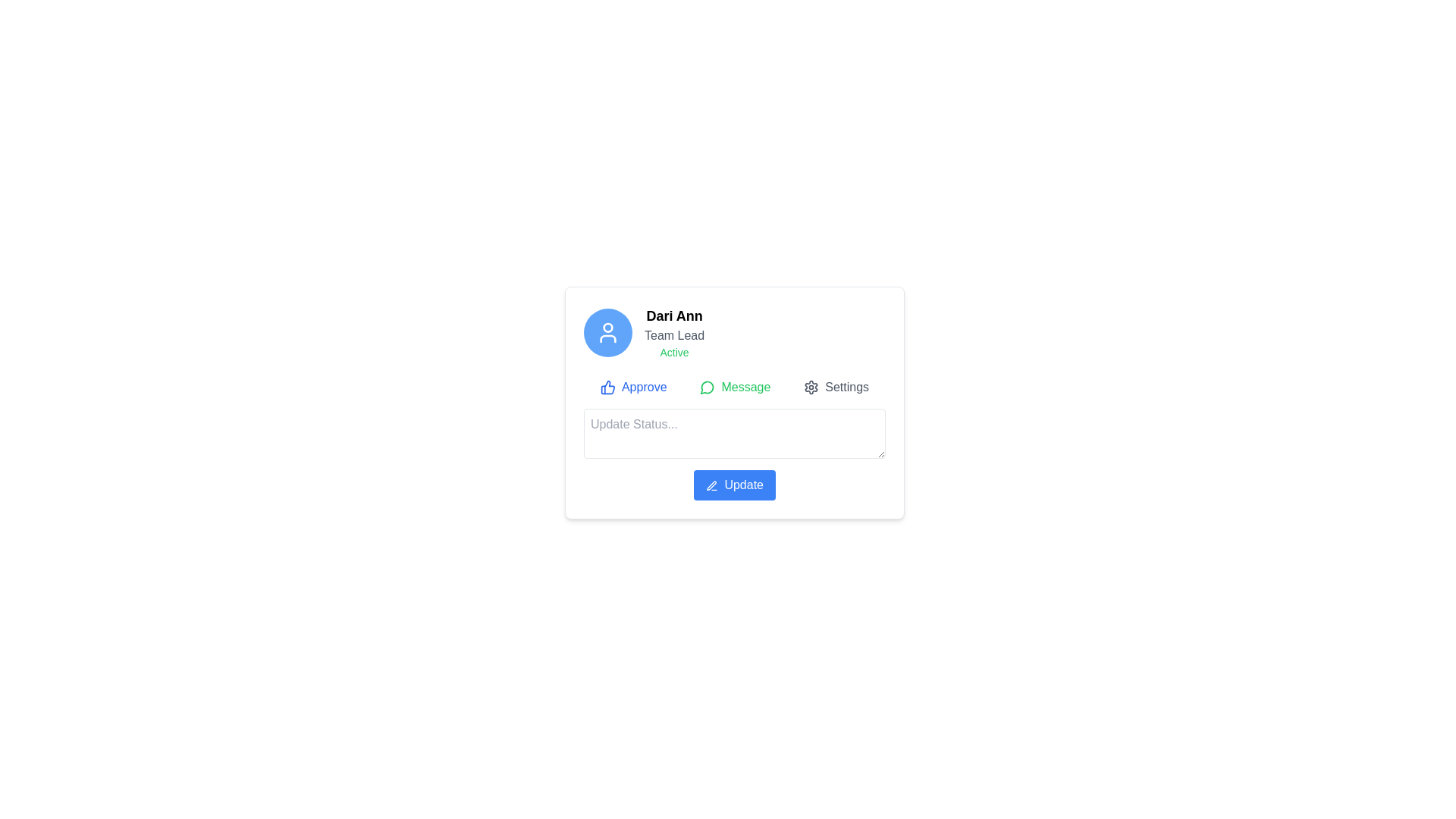  Describe the element at coordinates (644, 386) in the screenshot. I see `the 'Approve' text button, which is styled in blue and positioned next to a thumbs-up icon, to approve` at that location.